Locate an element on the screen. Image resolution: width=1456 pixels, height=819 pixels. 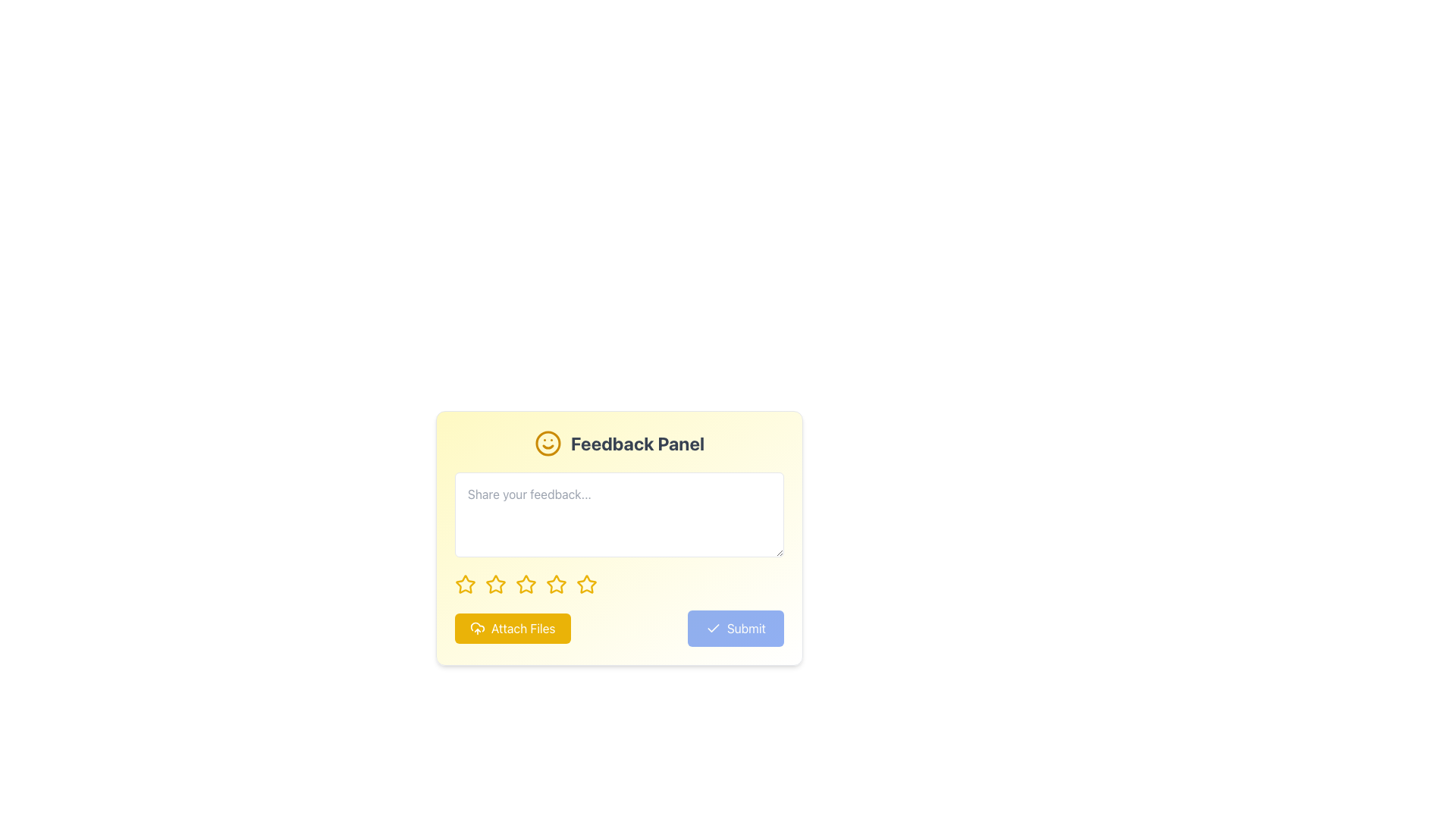
the second star icon used for rating purposes, located below the 'Share your feedback...' text box and above the 'Attach Files' button is located at coordinates (495, 583).